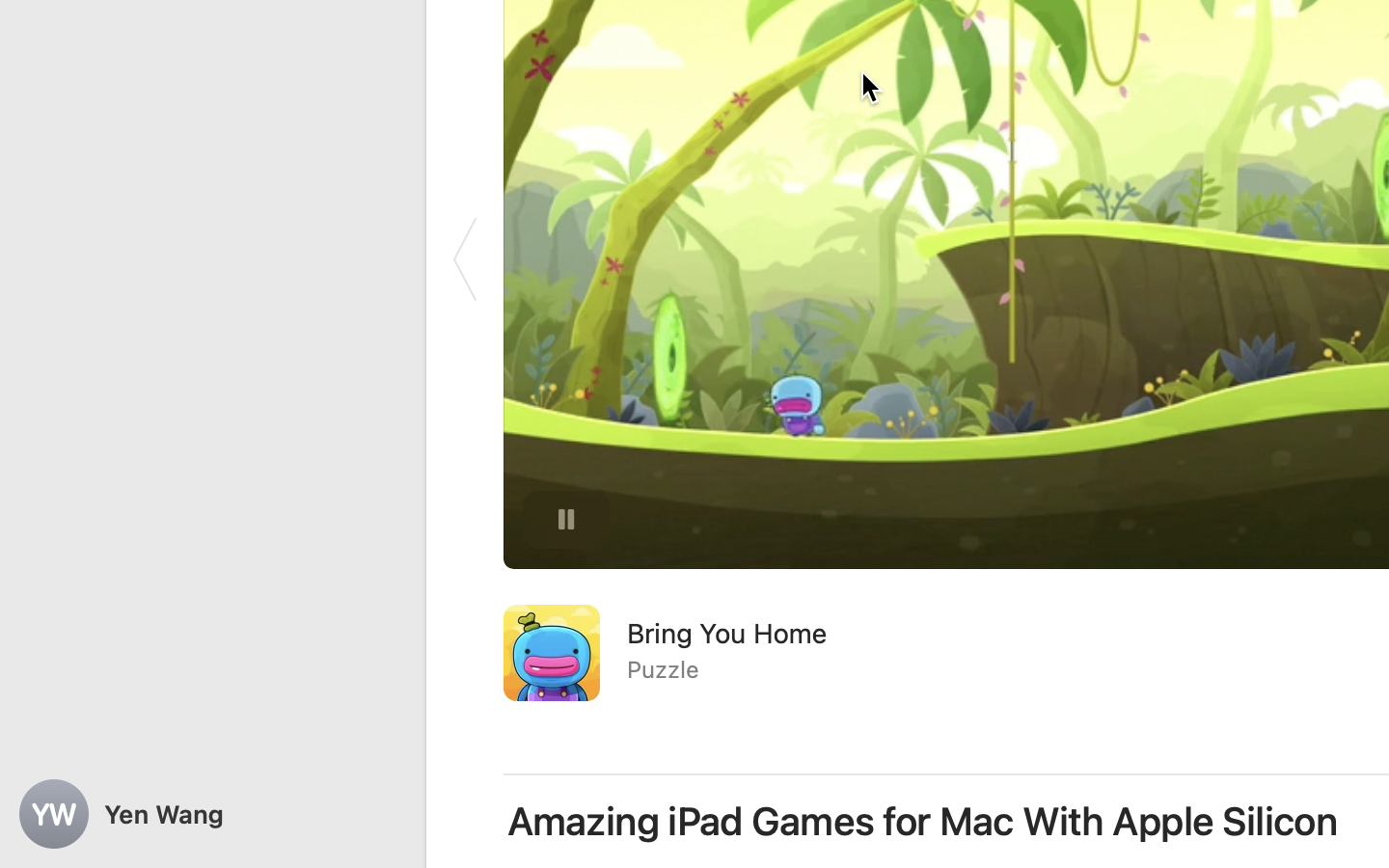  I want to click on 'Amazing iPad Games for Mac With Apple Silicon', so click(923, 822).